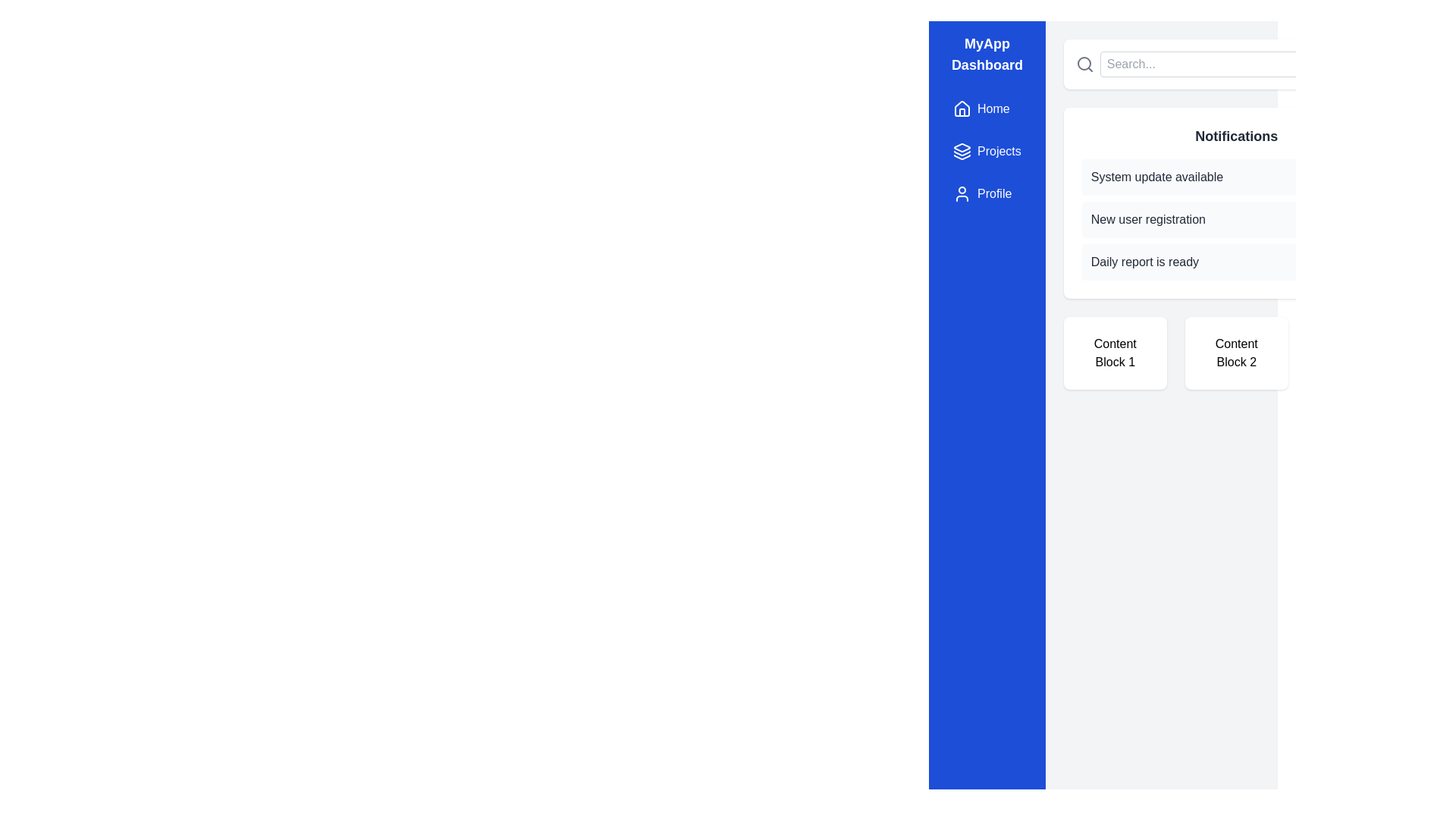  Describe the element at coordinates (1084, 63) in the screenshot. I see `the search icon button represented by a magnifying glass in the top-right corner of the interface` at that location.